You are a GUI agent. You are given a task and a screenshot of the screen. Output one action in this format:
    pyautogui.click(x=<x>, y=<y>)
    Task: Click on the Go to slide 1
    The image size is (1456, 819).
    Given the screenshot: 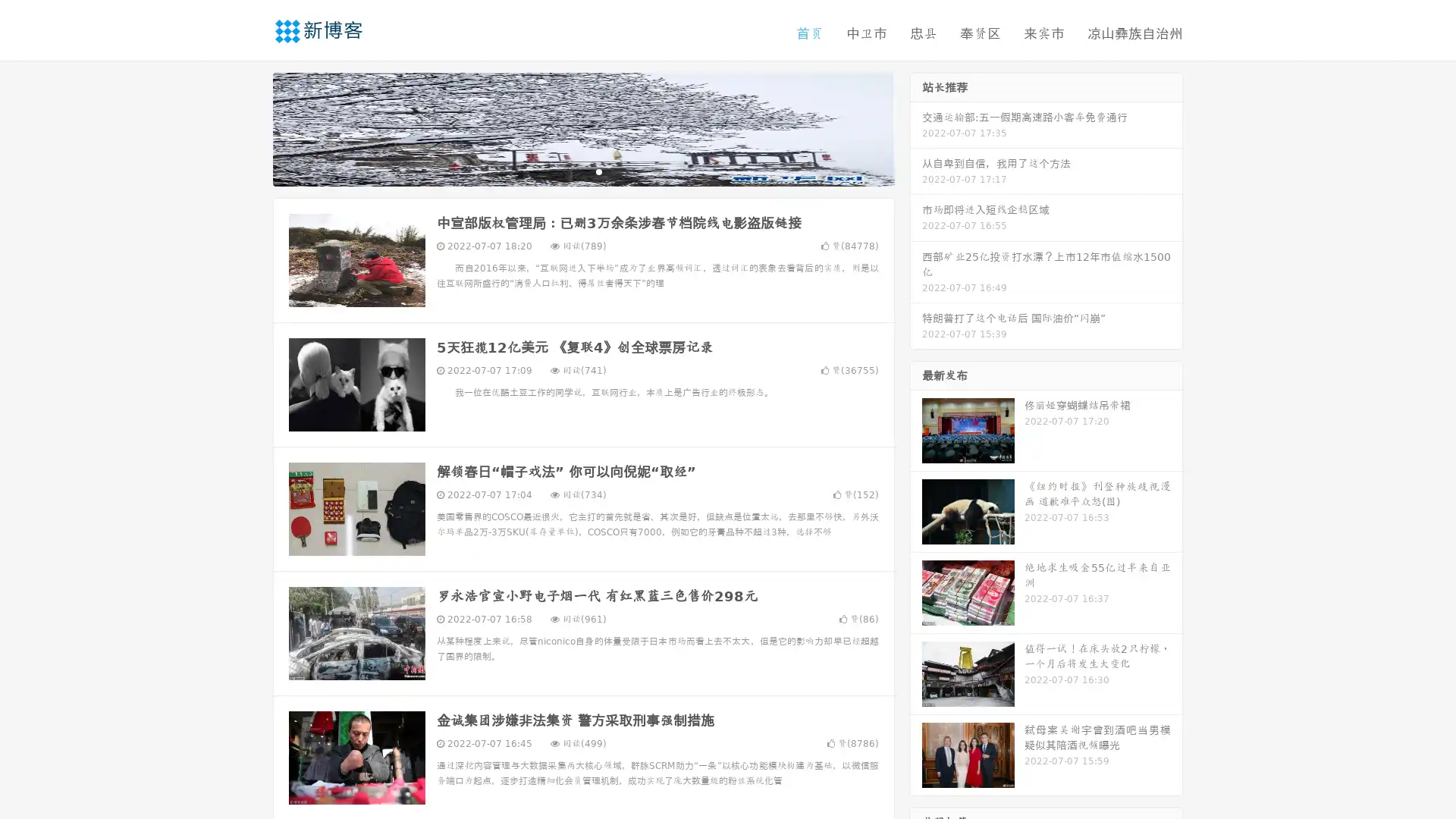 What is the action you would take?
    pyautogui.click(x=567, y=171)
    